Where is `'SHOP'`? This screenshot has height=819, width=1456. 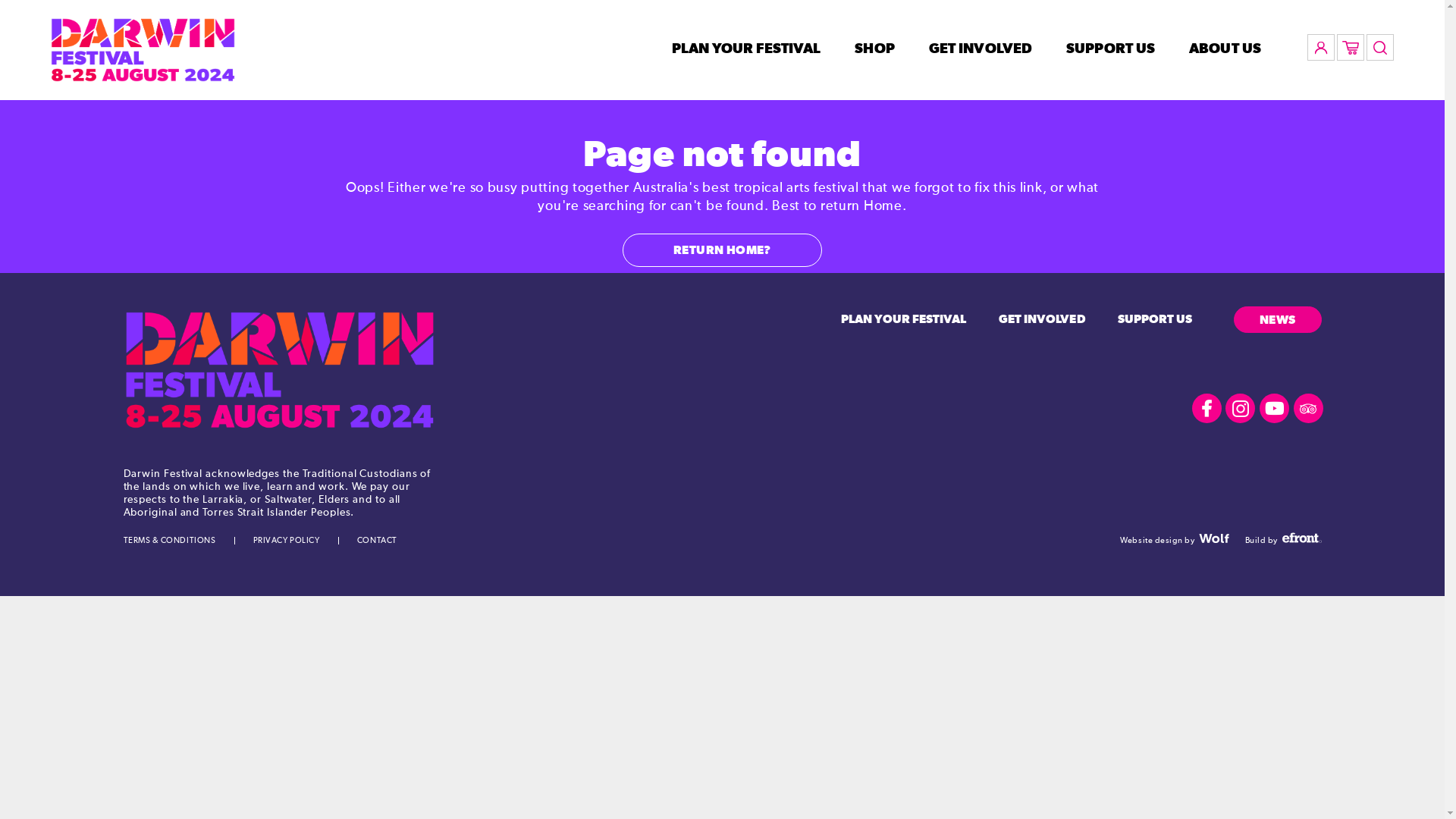 'SHOP' is located at coordinates (846, 47).